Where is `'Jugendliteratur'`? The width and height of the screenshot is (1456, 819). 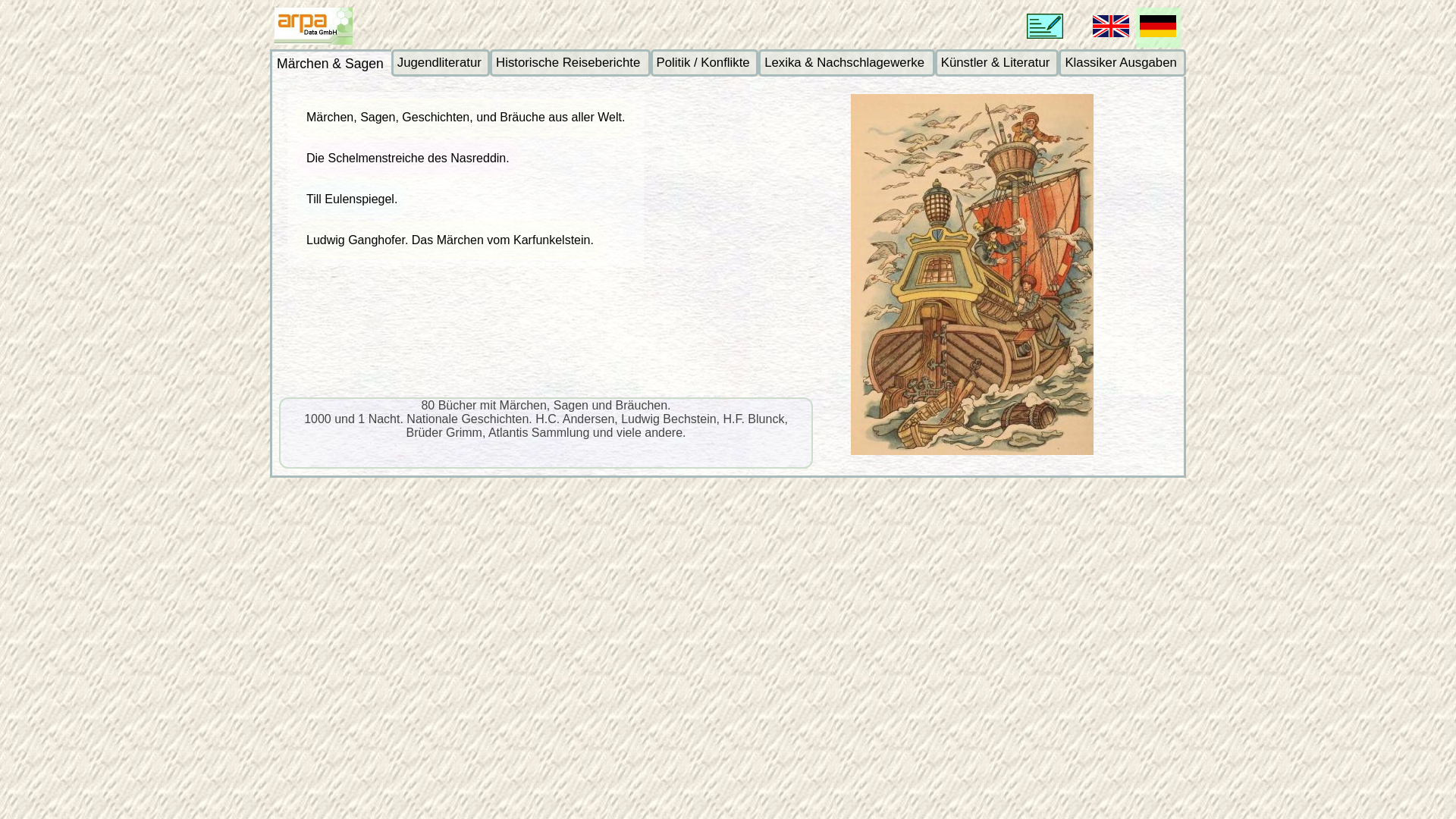
'Jugendliteratur' is located at coordinates (439, 62).